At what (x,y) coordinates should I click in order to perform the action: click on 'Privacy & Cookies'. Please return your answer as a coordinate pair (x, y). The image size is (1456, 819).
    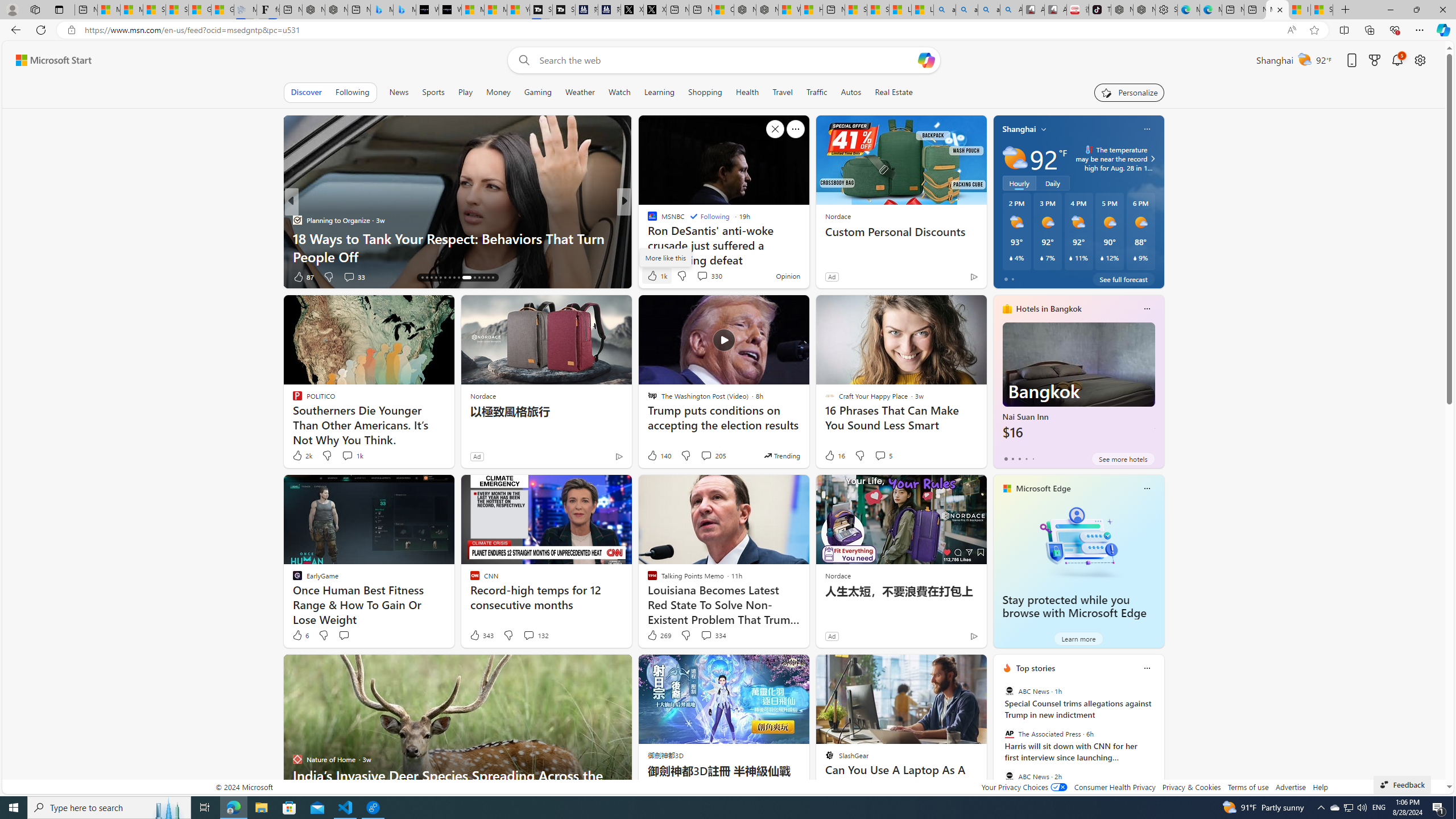
    Looking at the image, I should click on (1192, 786).